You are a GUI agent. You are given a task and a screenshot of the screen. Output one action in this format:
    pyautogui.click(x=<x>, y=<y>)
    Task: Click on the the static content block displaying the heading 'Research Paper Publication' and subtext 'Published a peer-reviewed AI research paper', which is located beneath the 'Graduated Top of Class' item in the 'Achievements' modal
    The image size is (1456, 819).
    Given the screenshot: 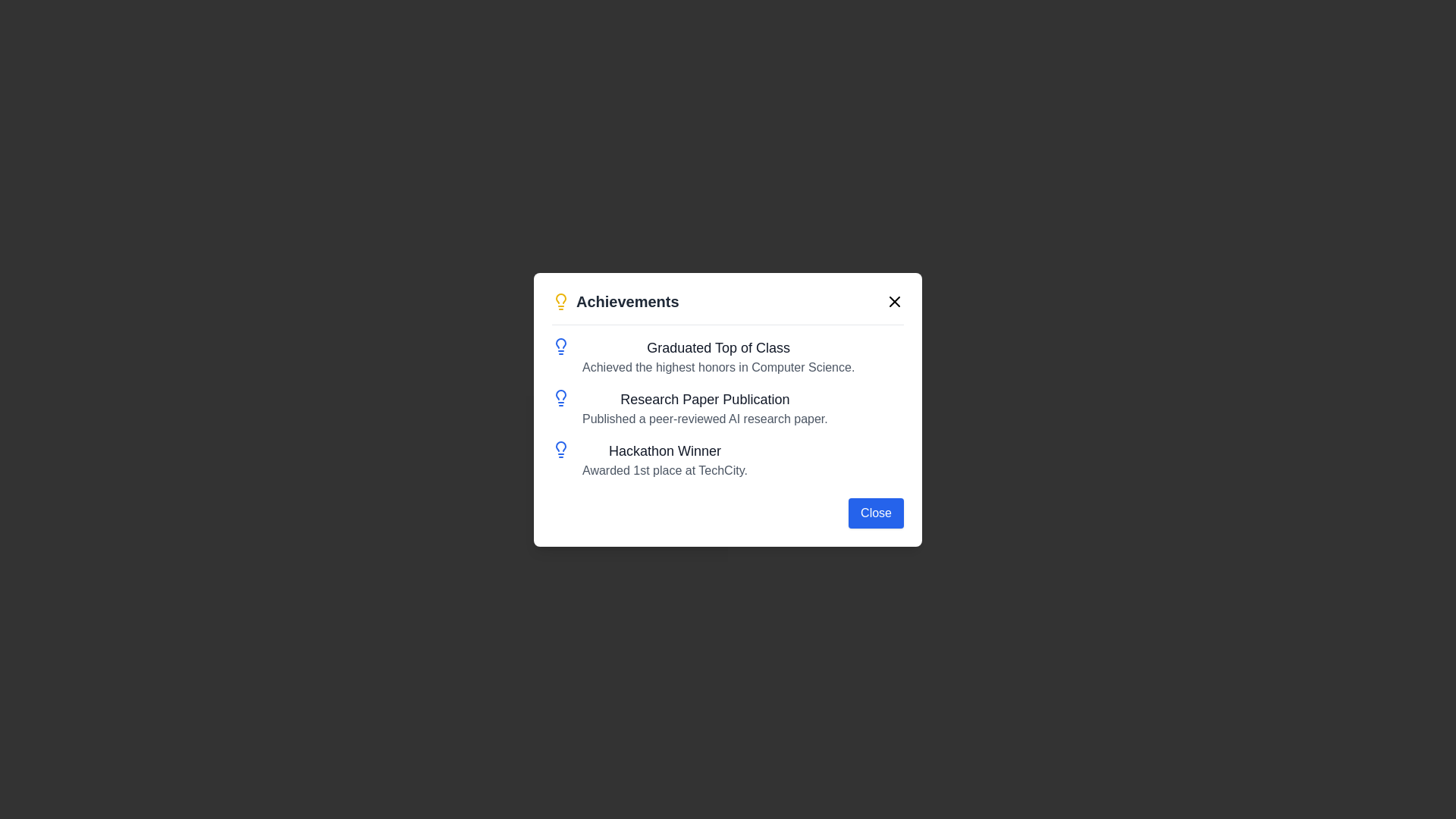 What is the action you would take?
    pyautogui.click(x=728, y=406)
    